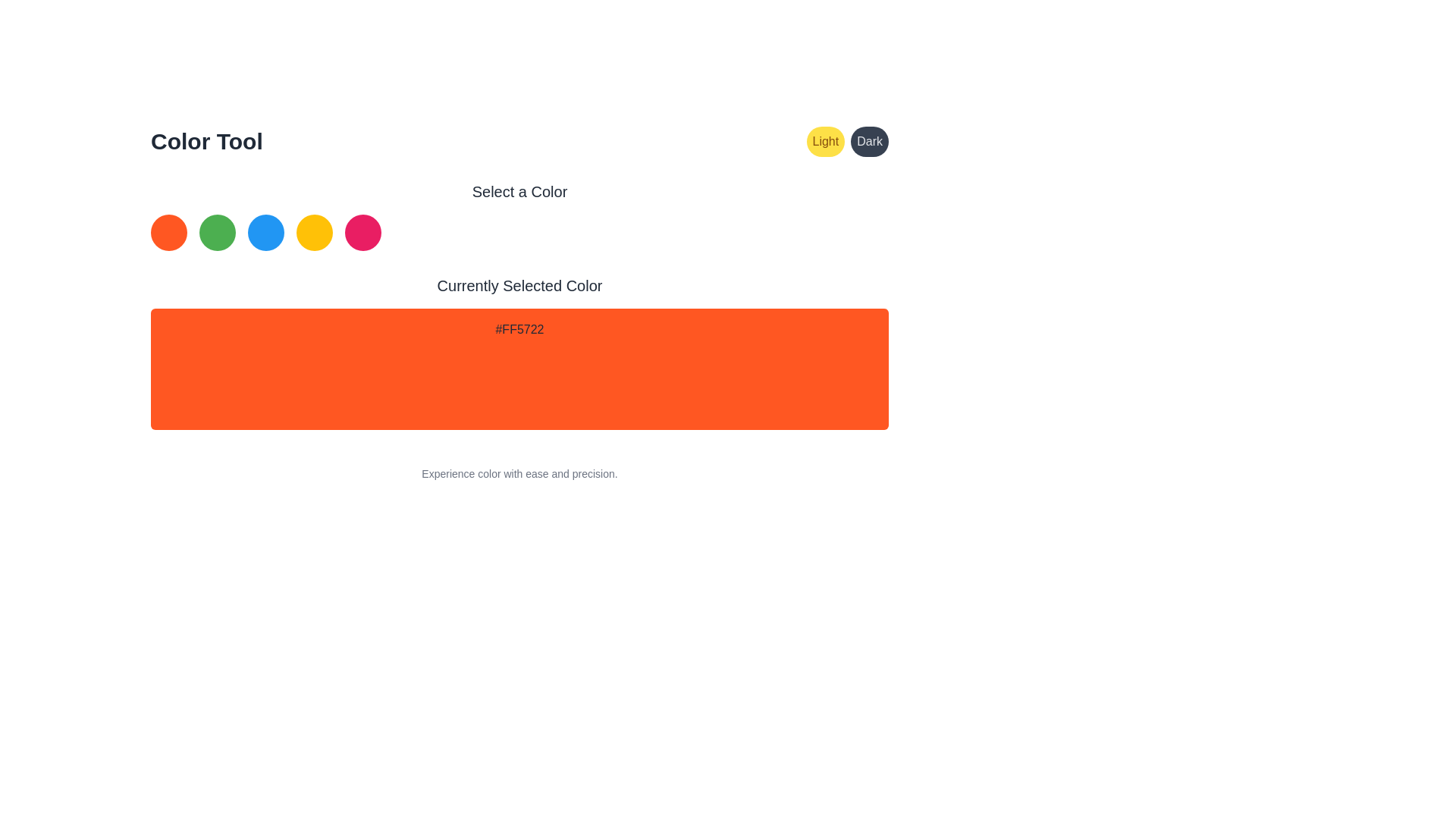 This screenshot has width=1456, height=819. What do you see at coordinates (870, 141) in the screenshot?
I see `the button located in the top-right corner of the interface, which is used to toggle the color mode to a darker theme` at bounding box center [870, 141].